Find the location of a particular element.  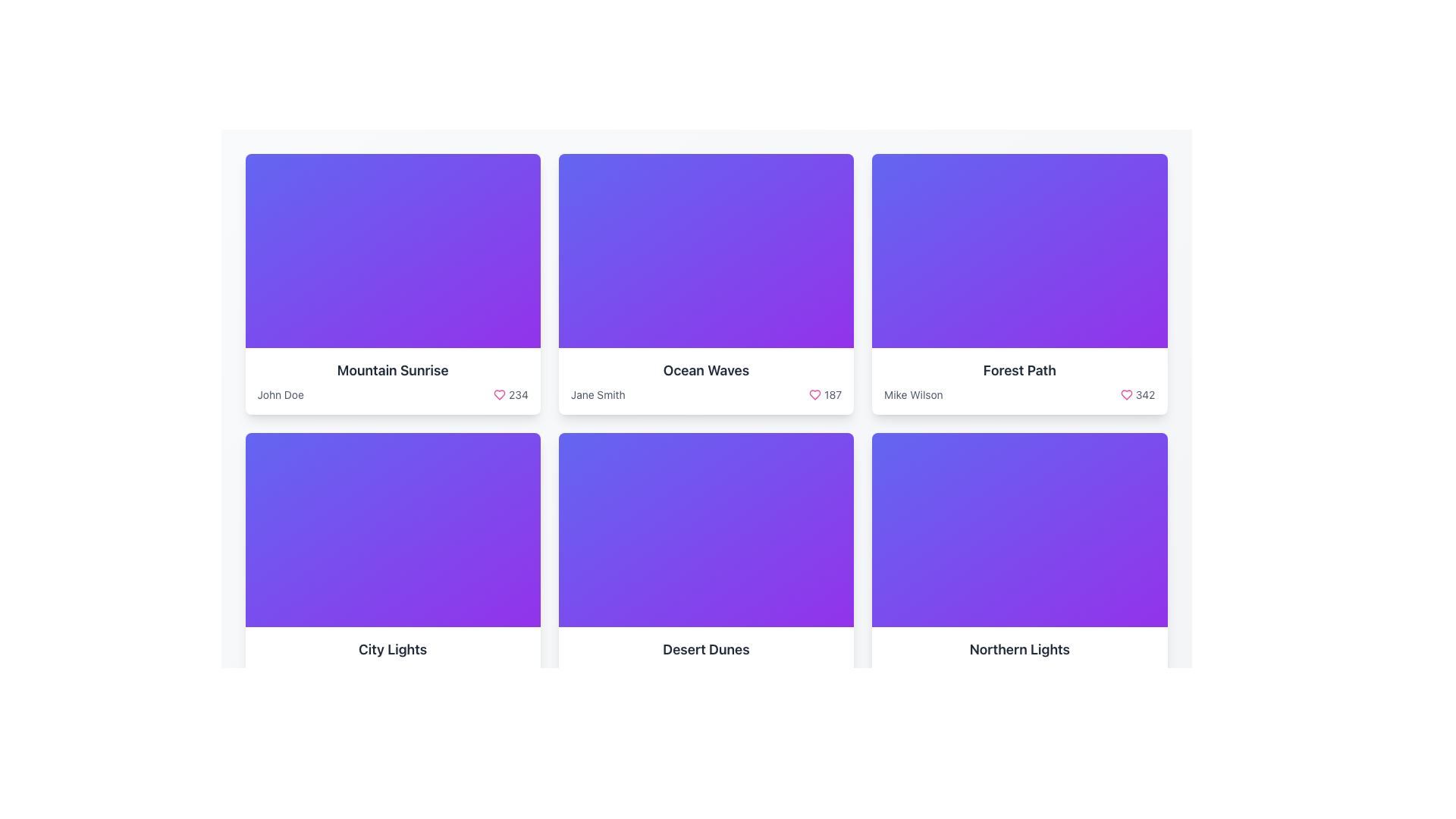

the Text label displaying the contributor's name within the card labeled 'Ocean Waves', positioned to the left of the like count '187' is located at coordinates (597, 394).